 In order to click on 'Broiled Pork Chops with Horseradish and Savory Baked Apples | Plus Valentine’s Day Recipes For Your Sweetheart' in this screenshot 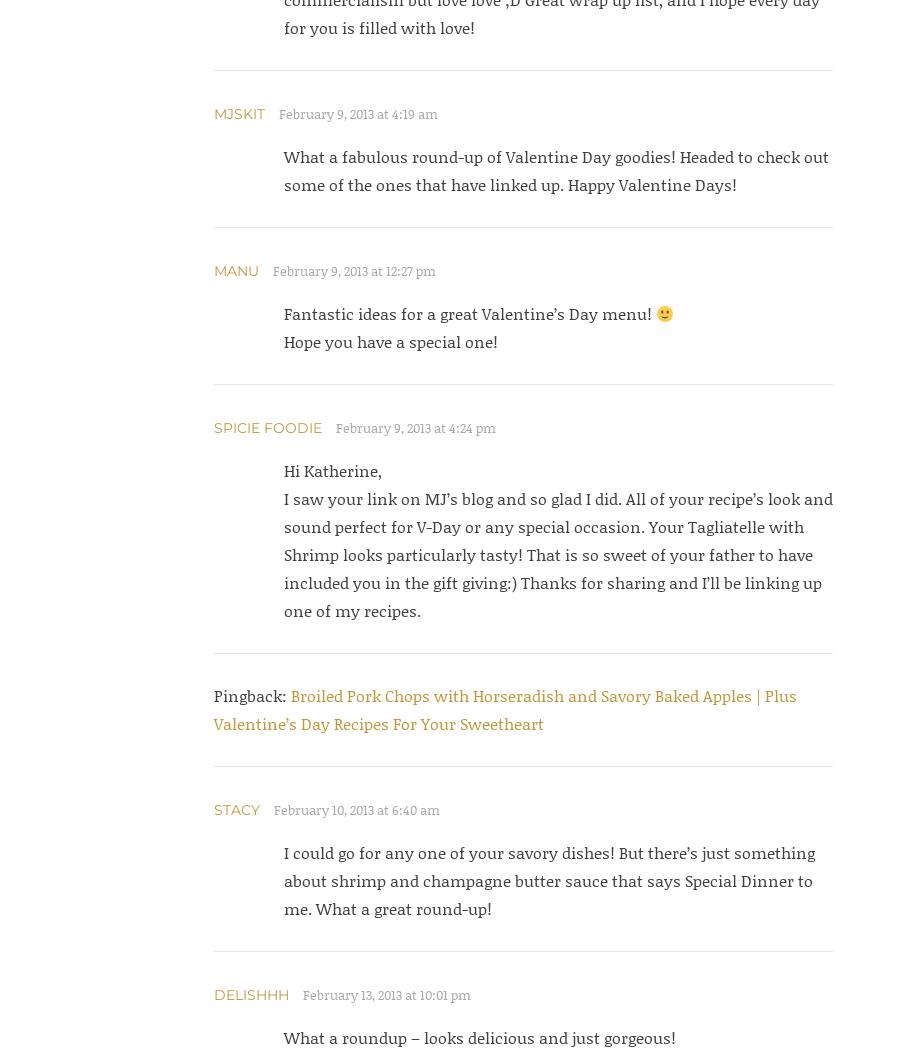, I will do `click(213, 709)`.